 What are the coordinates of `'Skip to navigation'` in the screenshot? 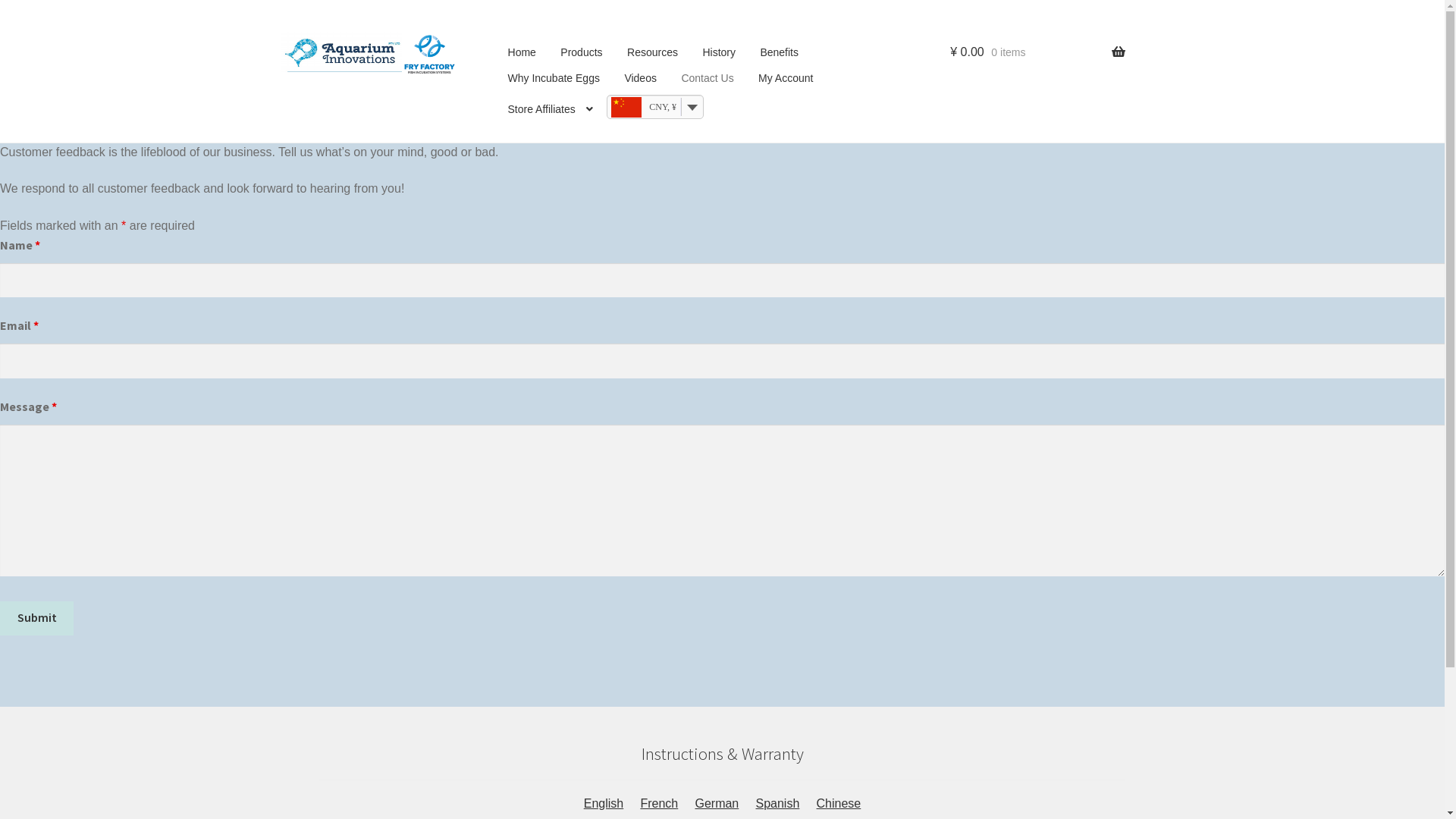 It's located at (318, 31).